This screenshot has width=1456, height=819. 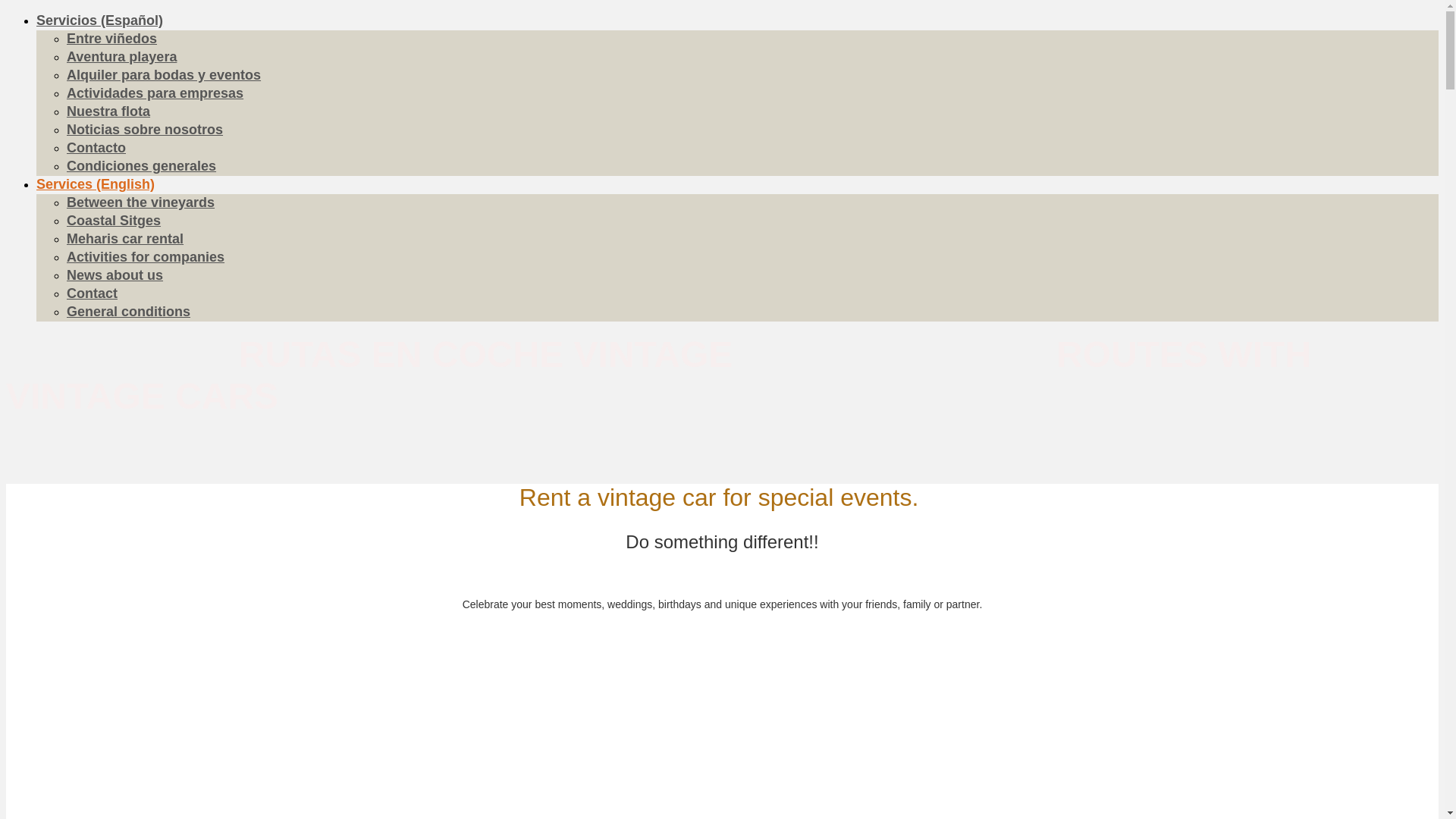 I want to click on 'Aventura playera', so click(x=121, y=55).